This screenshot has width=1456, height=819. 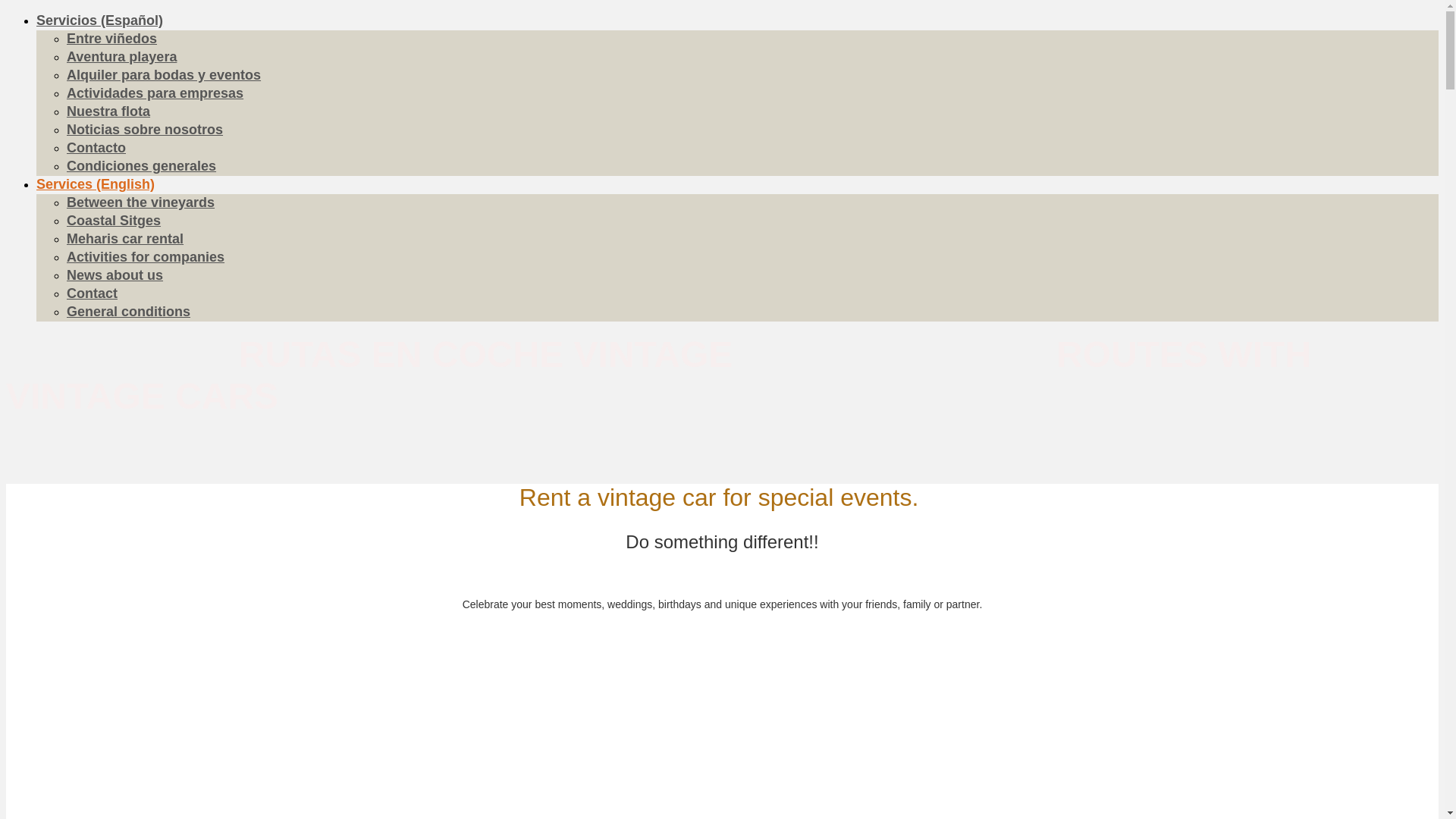 I want to click on 'Aventura playera', so click(x=121, y=55).